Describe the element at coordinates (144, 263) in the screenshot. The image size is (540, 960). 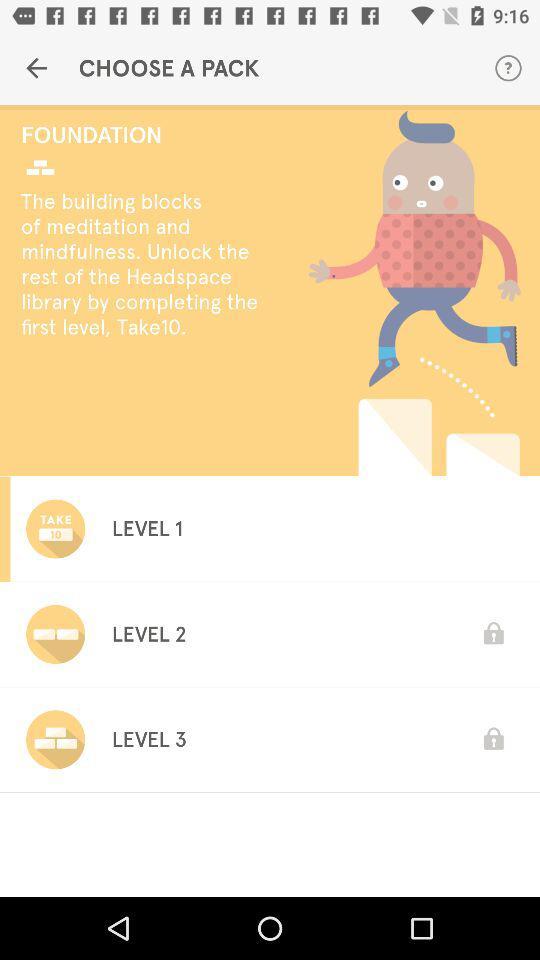
I see `the the building blocks` at that location.